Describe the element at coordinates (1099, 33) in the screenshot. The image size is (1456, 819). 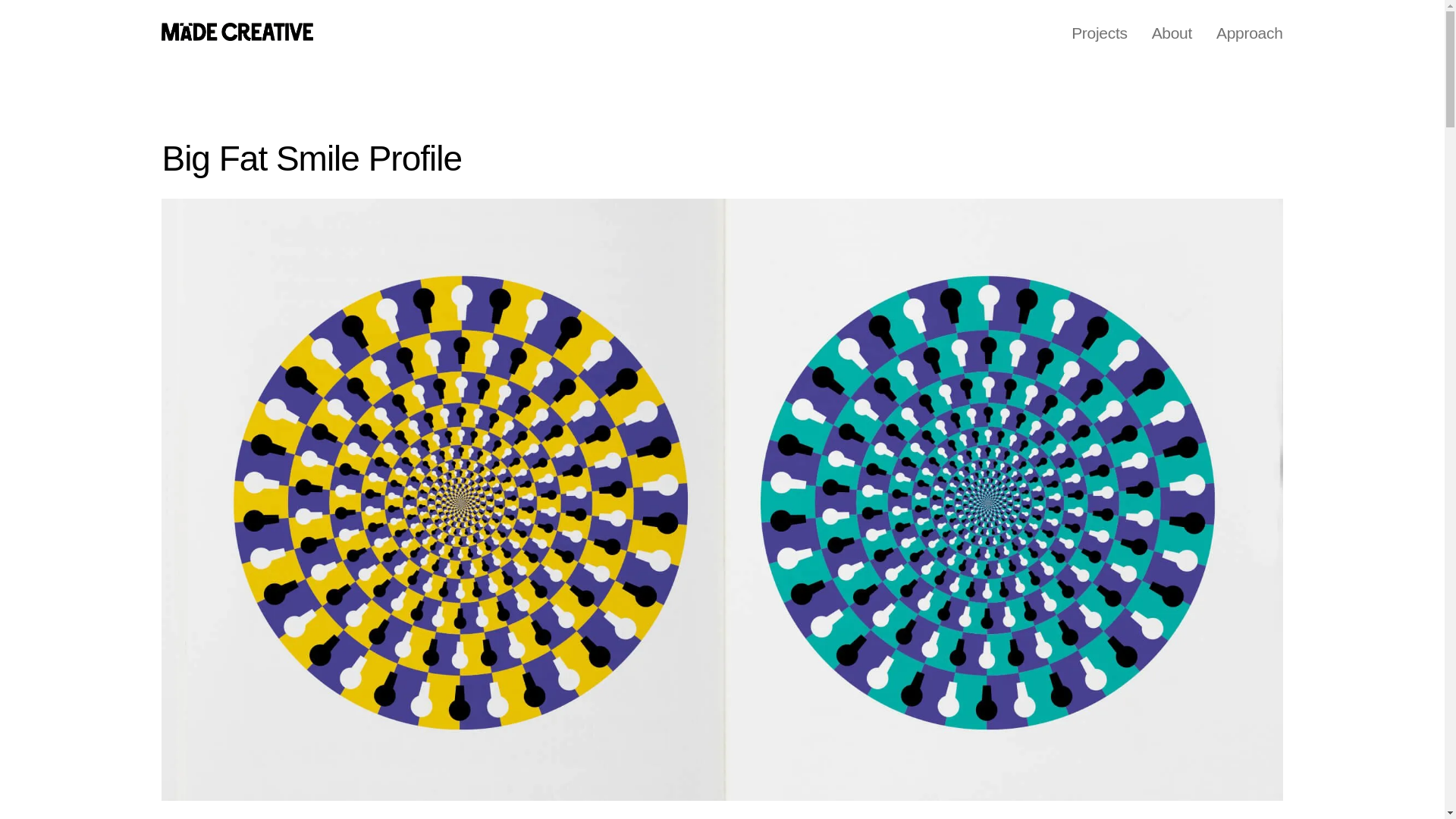
I see `'Projects'` at that location.